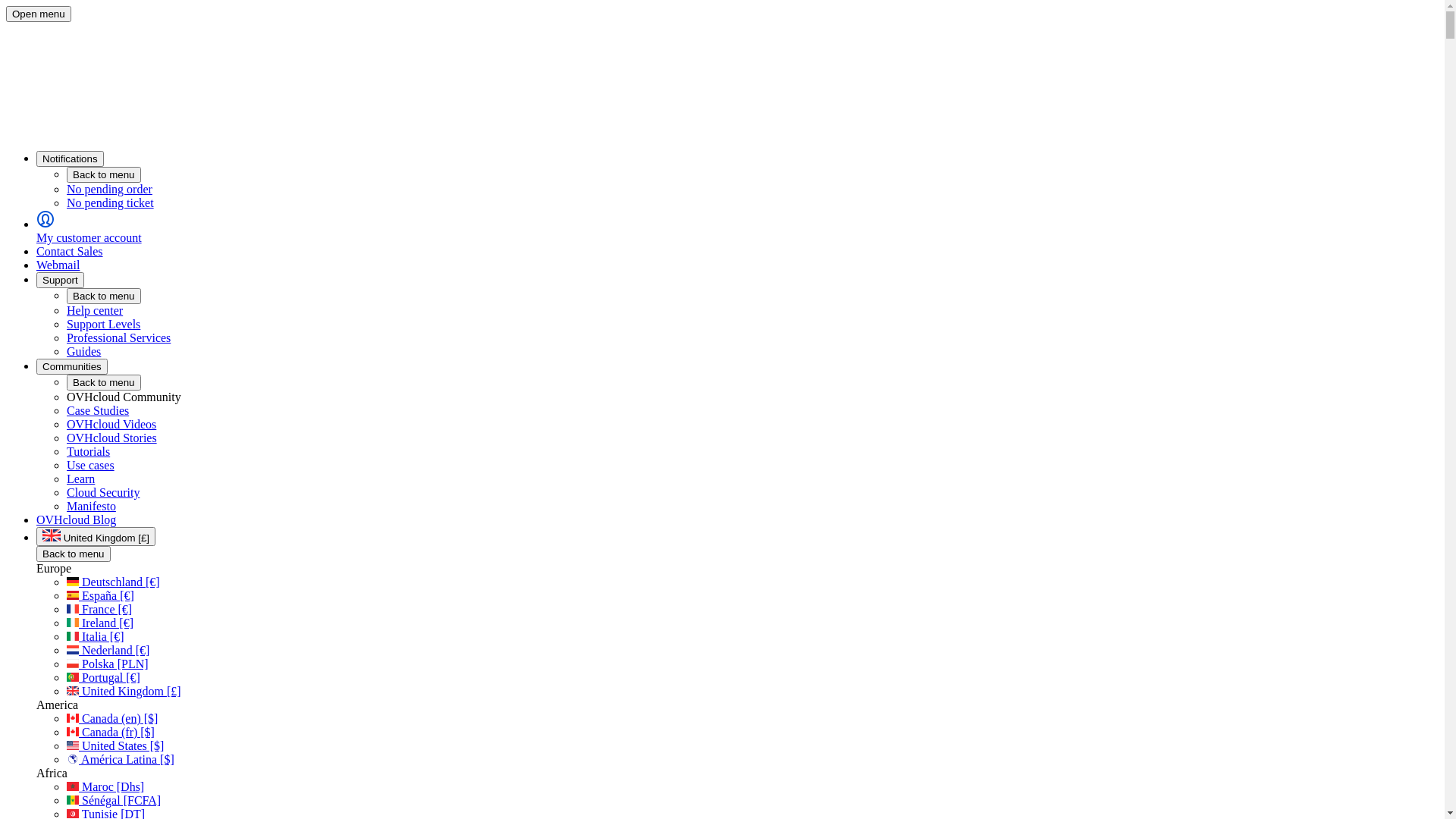 The height and width of the screenshot is (819, 1456). I want to click on 'Use cases', so click(89, 464).